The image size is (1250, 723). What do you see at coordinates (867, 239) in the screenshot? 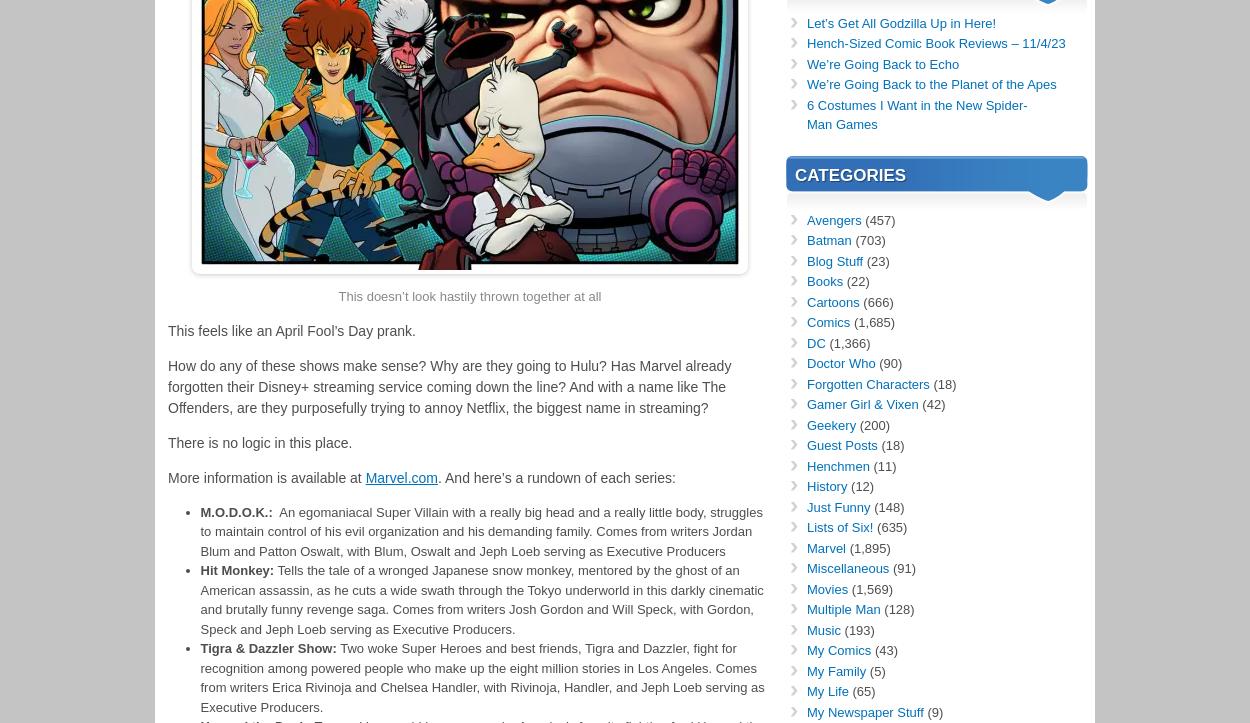
I see `'(703)'` at bounding box center [867, 239].